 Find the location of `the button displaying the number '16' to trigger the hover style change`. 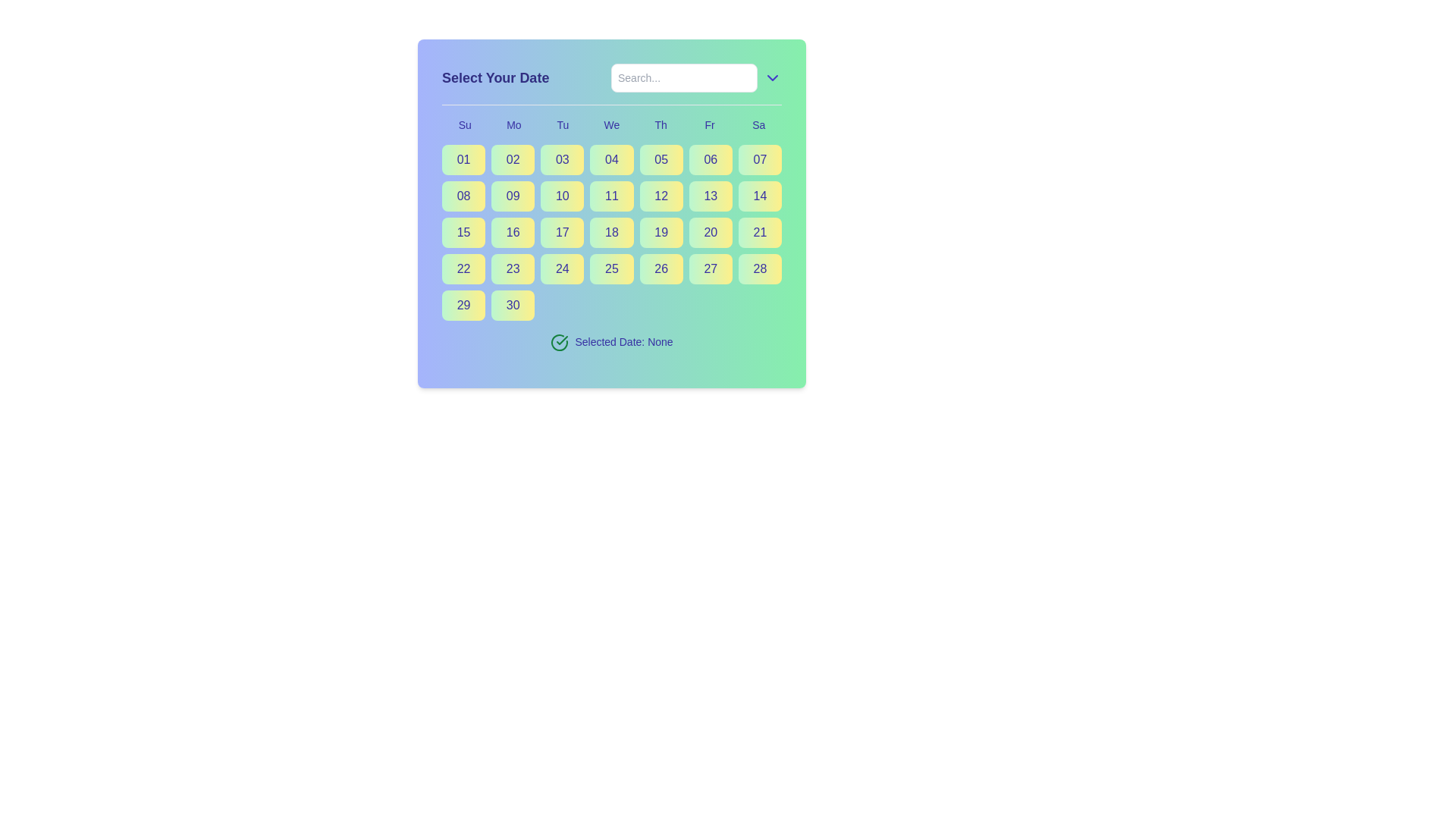

the button displaying the number '16' to trigger the hover style change is located at coordinates (513, 233).